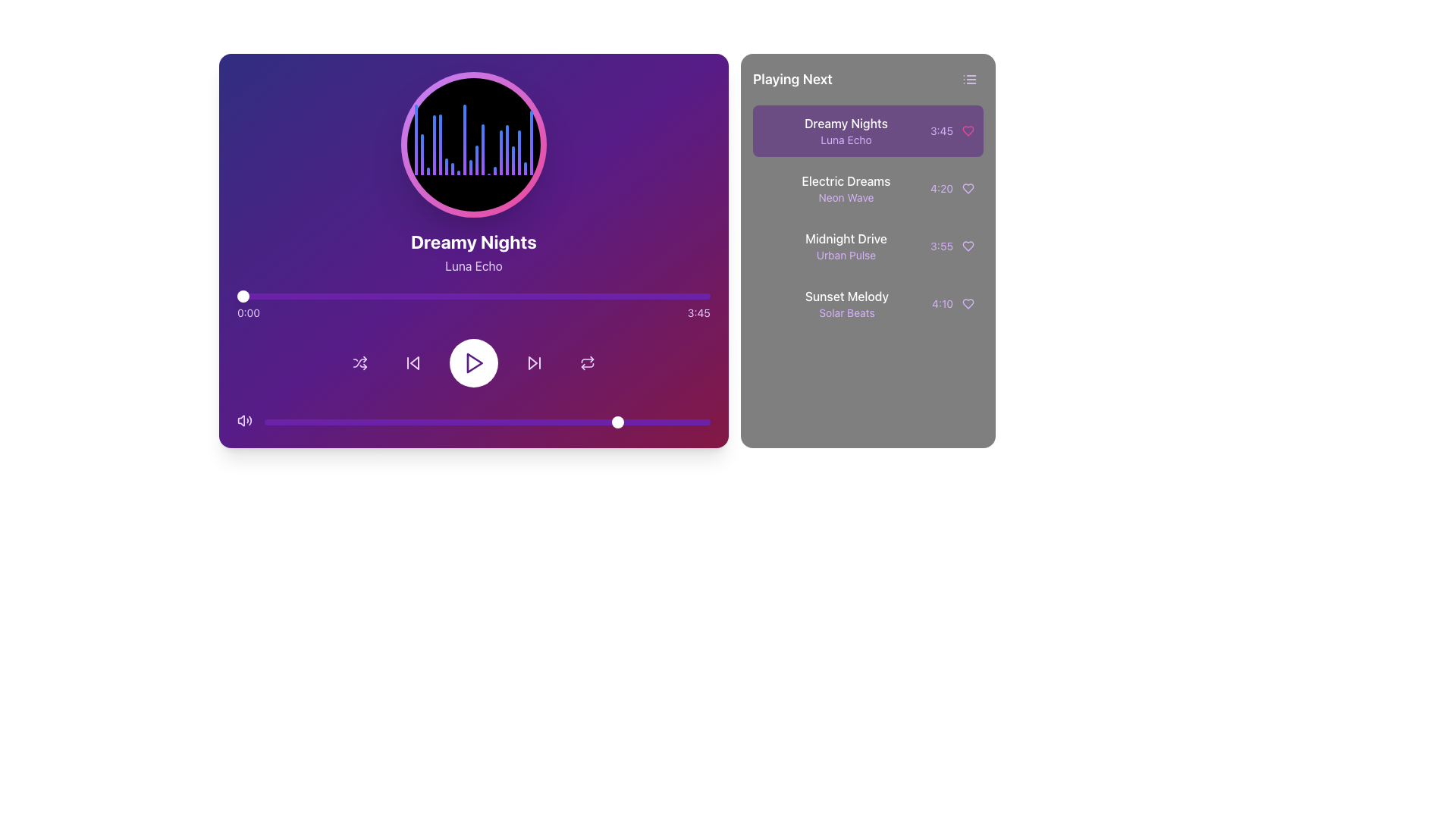  What do you see at coordinates (513, 160) in the screenshot?
I see `the seventeenth vertical bar in the bar chart, which has a gradient color transitioning from purple to blue and is rounded at the top` at bounding box center [513, 160].